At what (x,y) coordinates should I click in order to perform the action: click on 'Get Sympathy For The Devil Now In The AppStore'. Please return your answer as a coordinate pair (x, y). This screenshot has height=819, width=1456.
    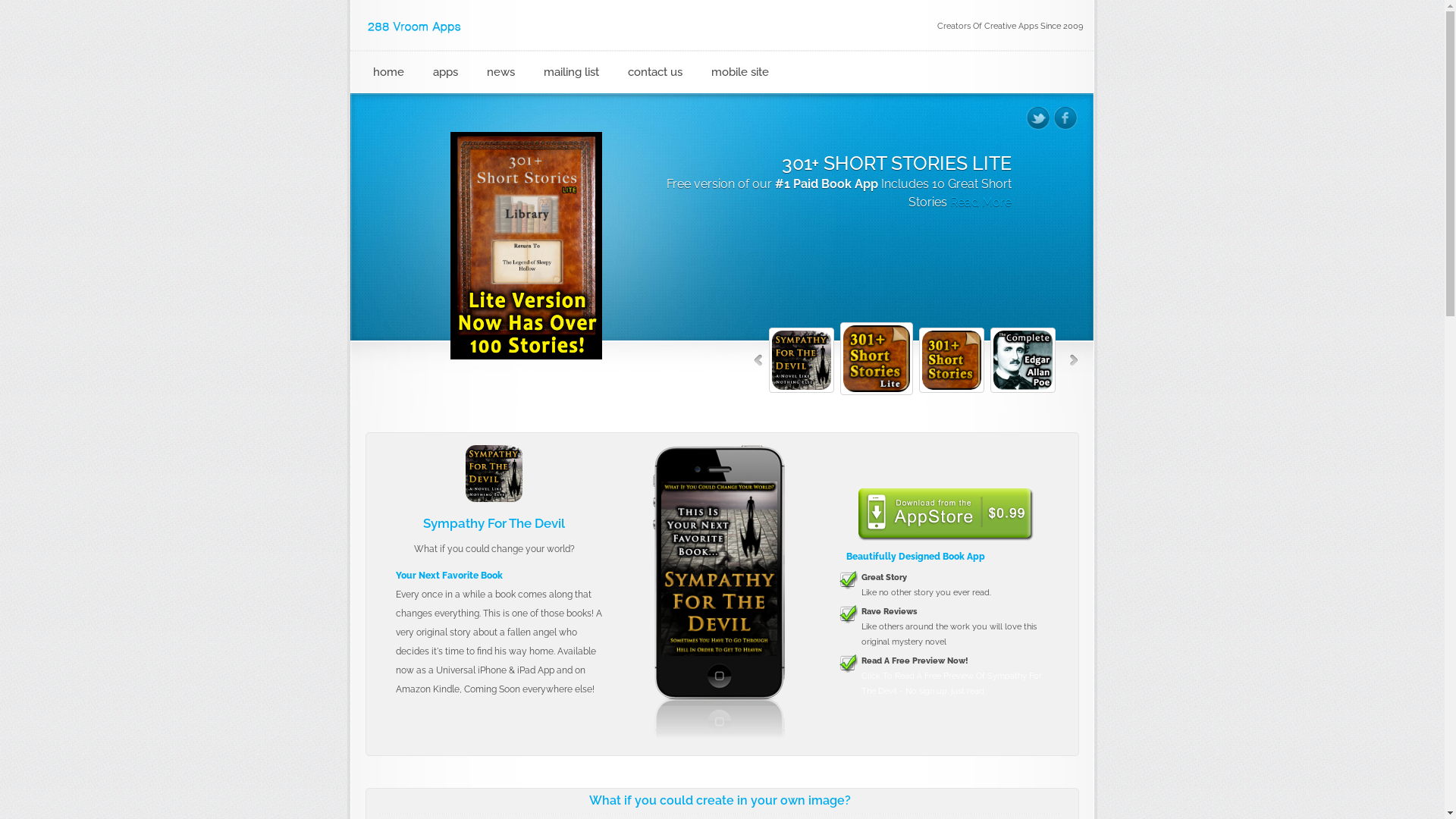
    Looking at the image, I should click on (944, 513).